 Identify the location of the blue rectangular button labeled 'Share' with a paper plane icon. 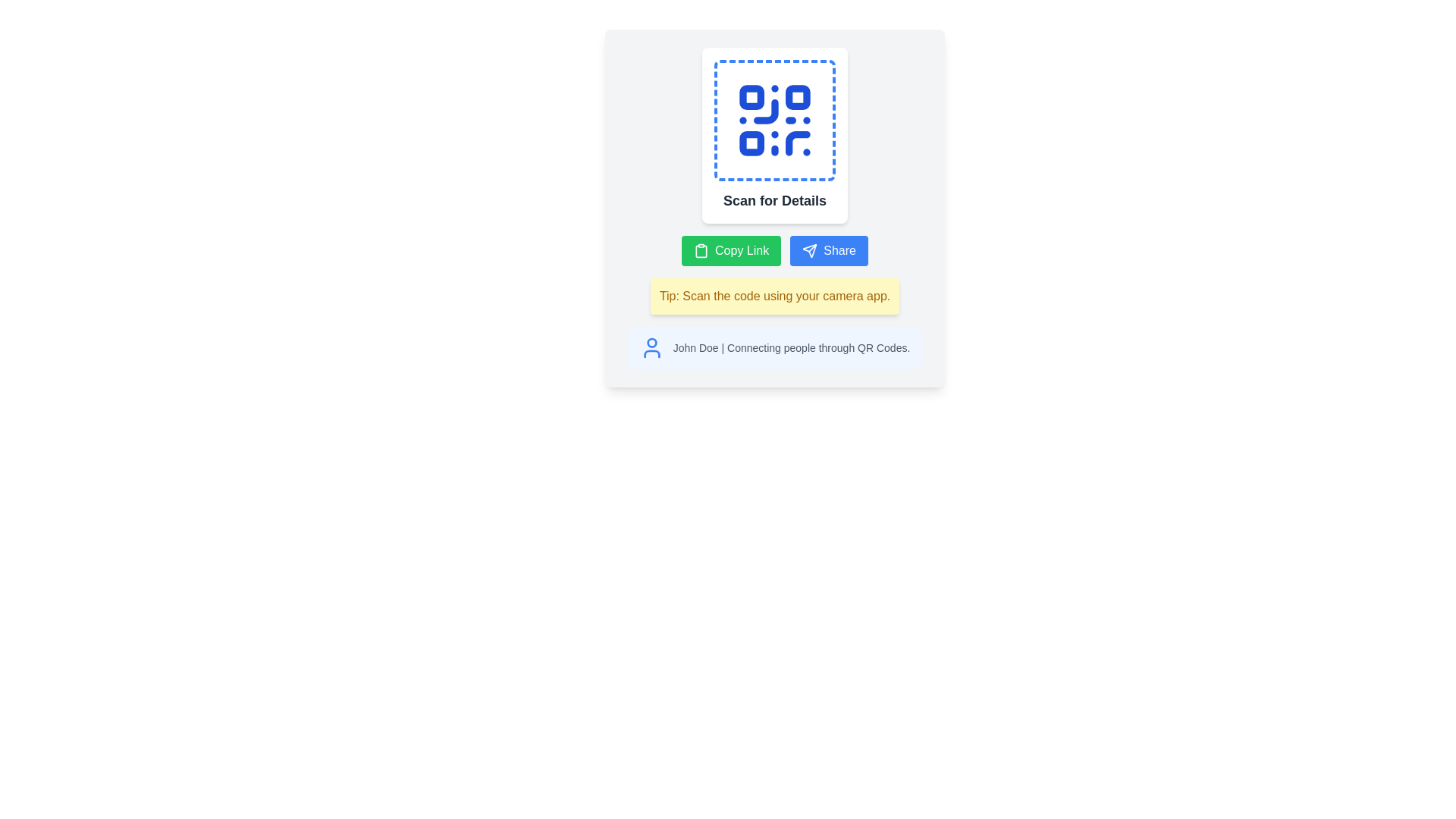
(828, 250).